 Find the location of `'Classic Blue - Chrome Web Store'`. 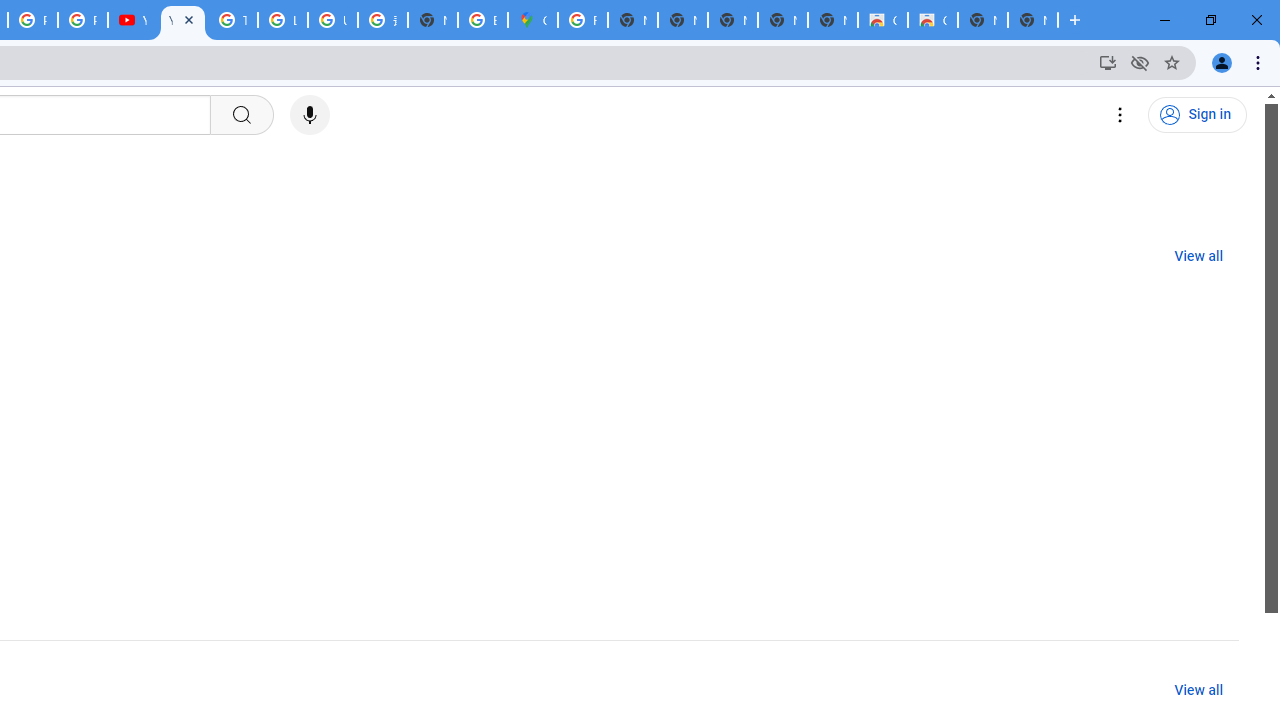

'Classic Blue - Chrome Web Store' is located at coordinates (881, 20).